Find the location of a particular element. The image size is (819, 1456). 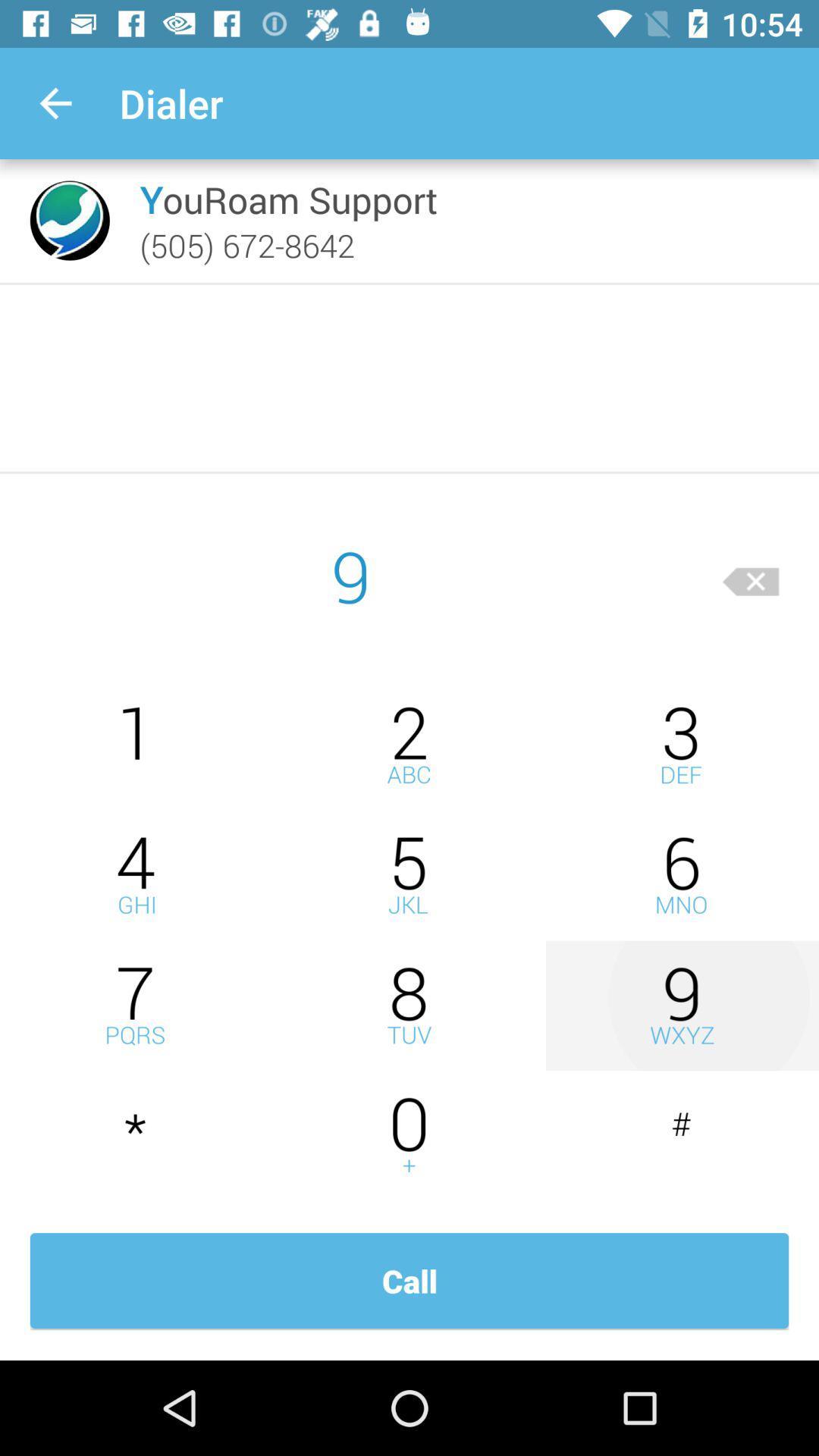

press star key is located at coordinates (136, 1136).